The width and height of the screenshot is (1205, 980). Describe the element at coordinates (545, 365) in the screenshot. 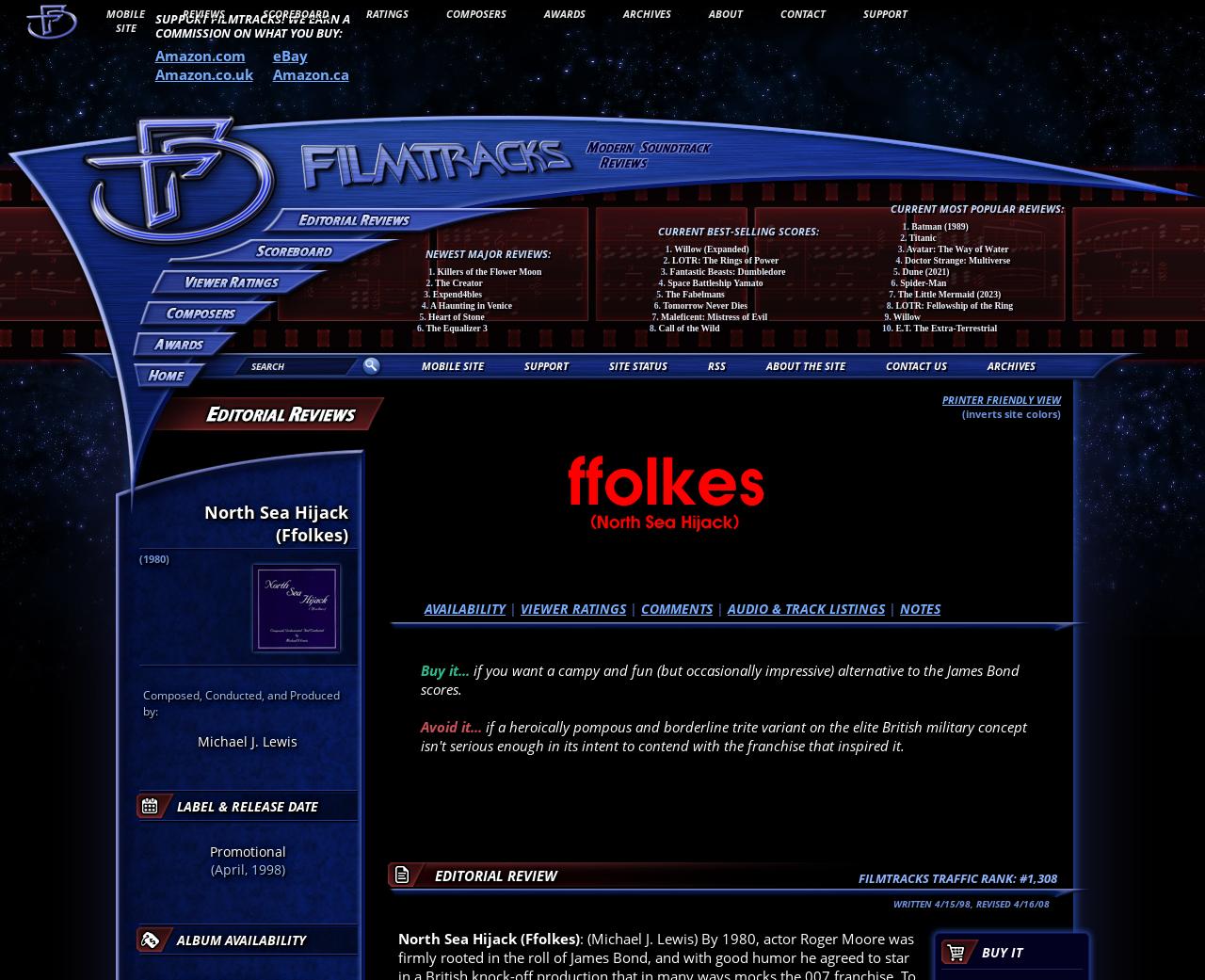

I see `'SUPPORT'` at that location.